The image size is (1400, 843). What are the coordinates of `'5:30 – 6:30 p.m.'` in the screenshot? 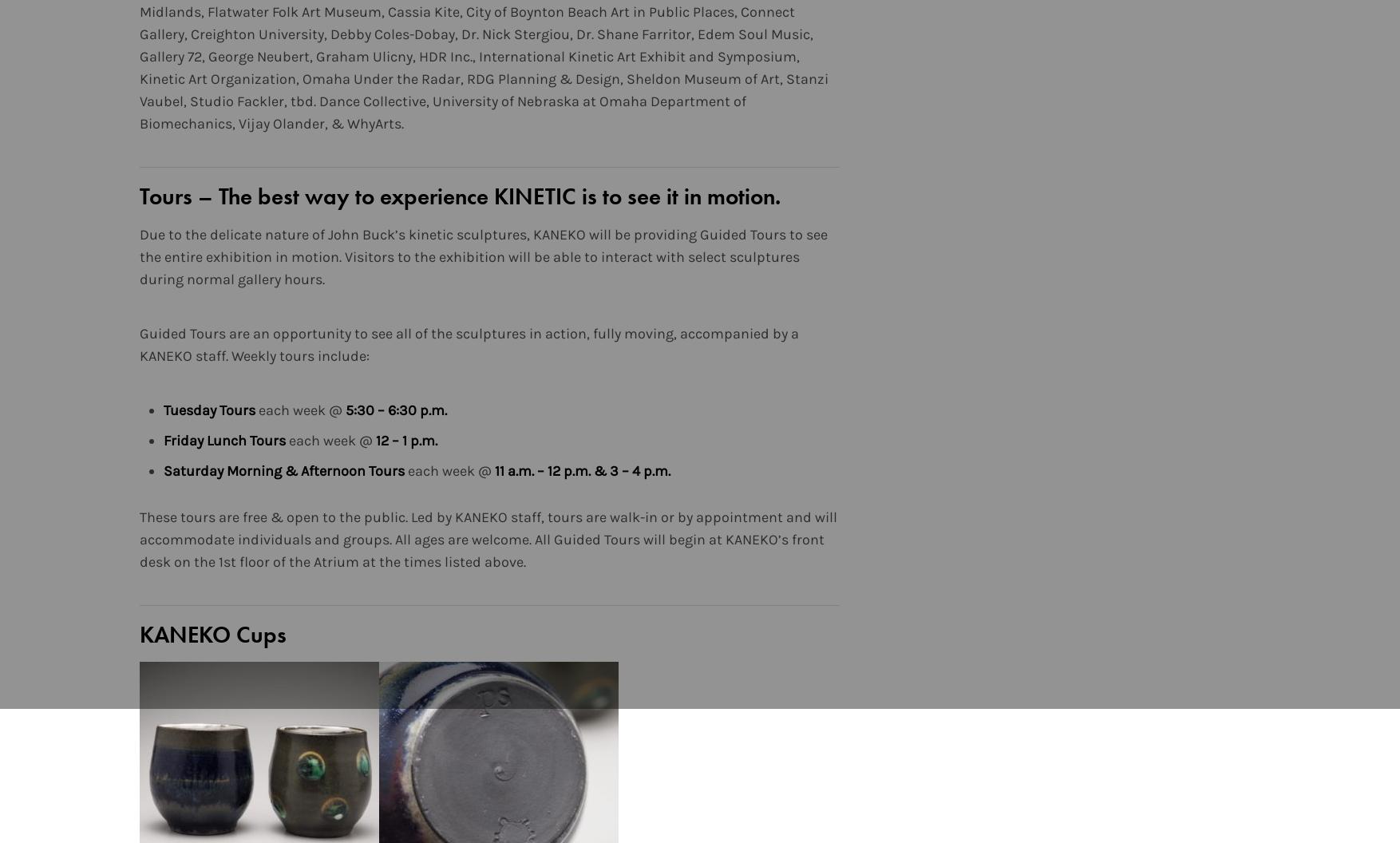 It's located at (395, 409).